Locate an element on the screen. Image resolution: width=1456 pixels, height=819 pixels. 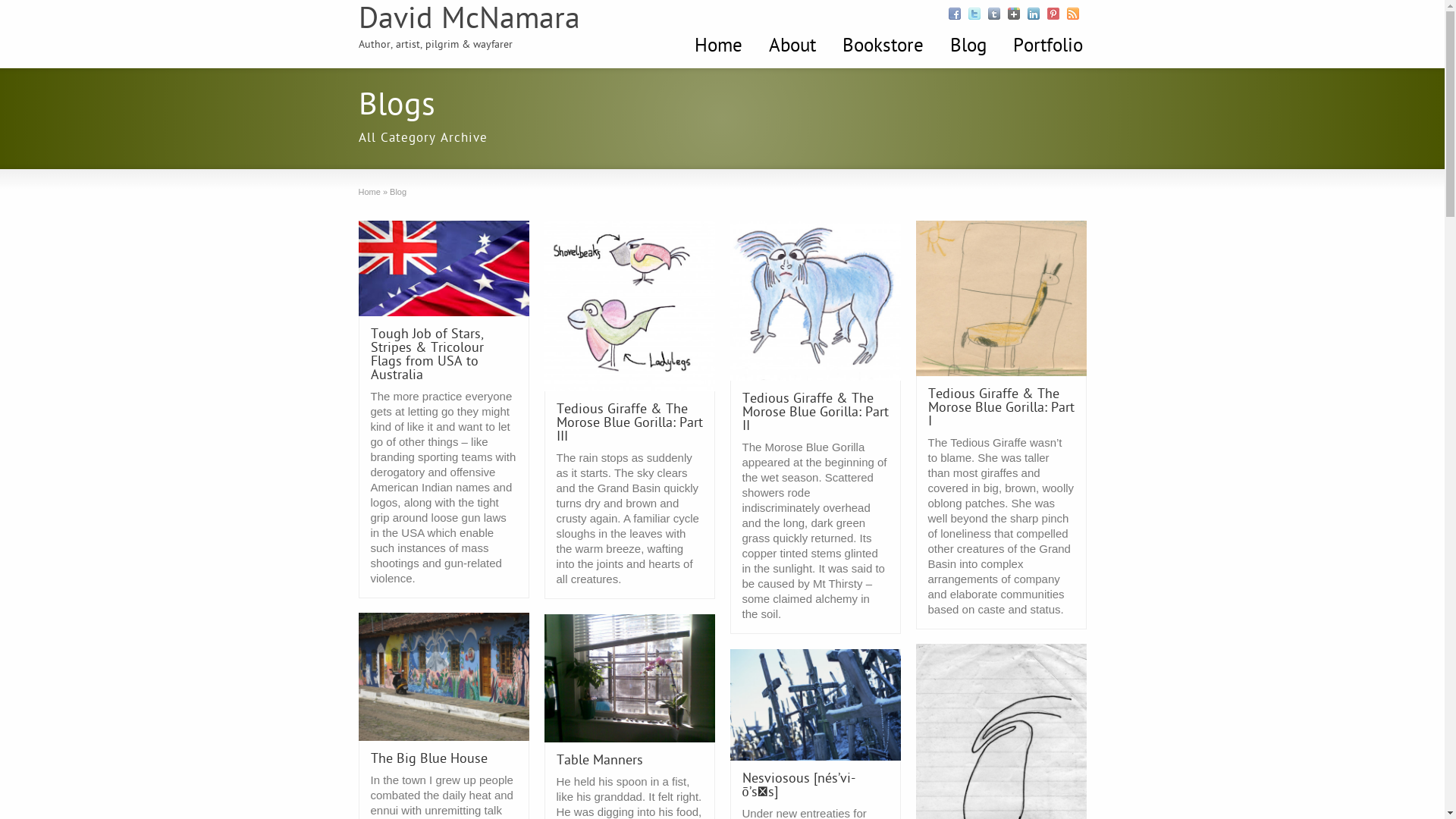
'Tedious Giraffe & The Morose Blue Gorilla: Part III' is located at coordinates (629, 423).